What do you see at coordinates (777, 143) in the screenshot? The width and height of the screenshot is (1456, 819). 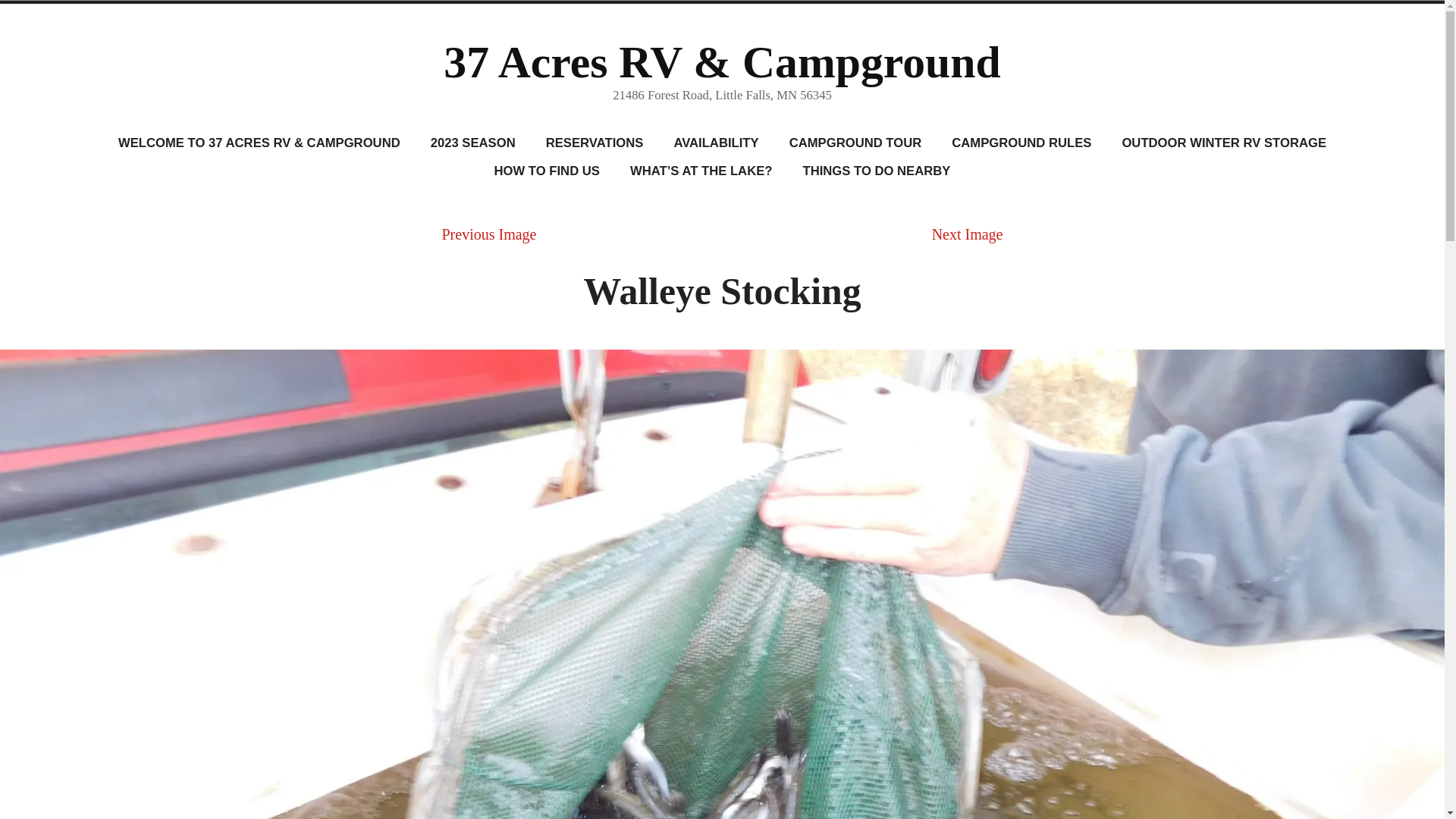 I see `'CAMPGROUND TOUR'` at bounding box center [777, 143].